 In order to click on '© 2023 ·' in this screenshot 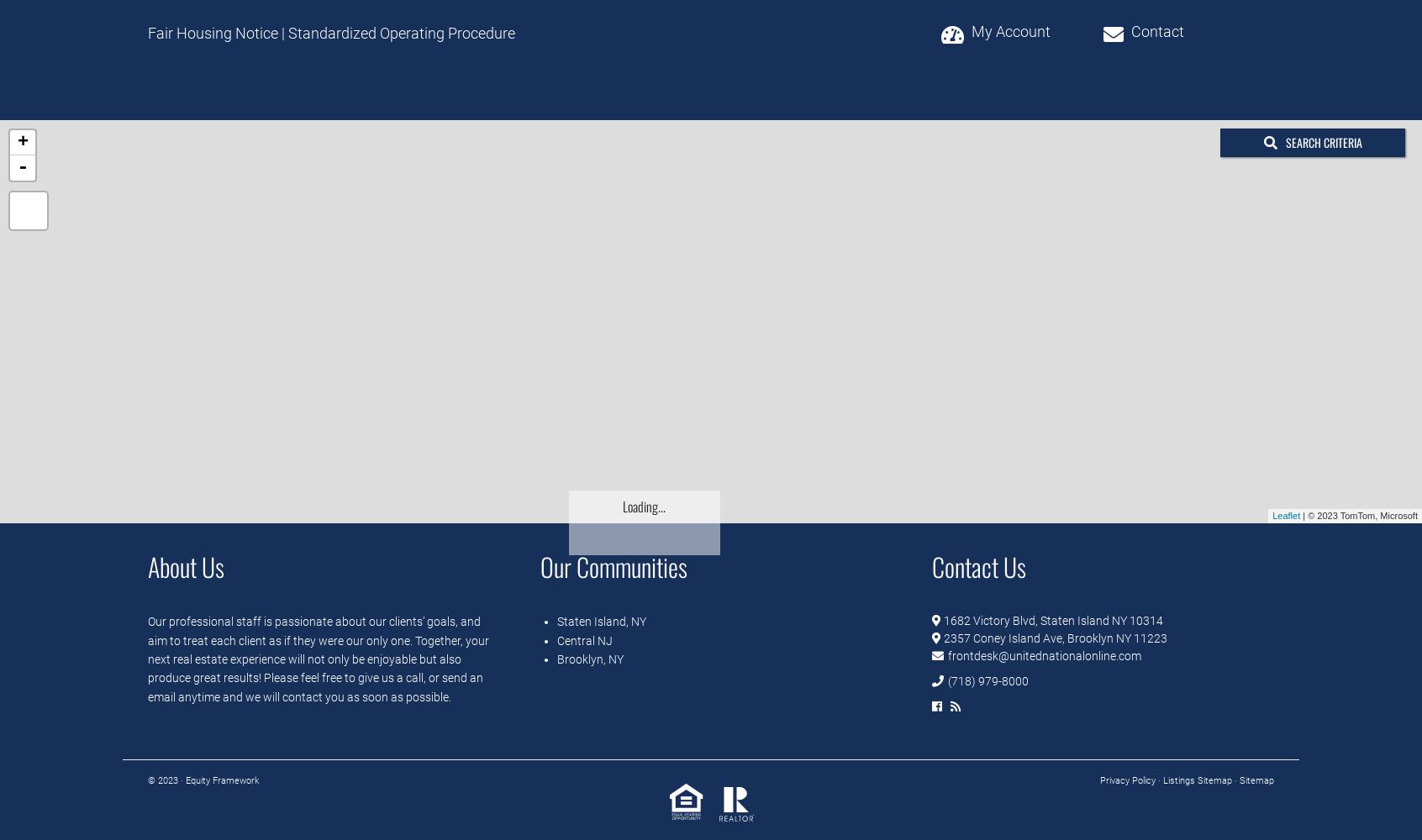, I will do `click(166, 780)`.